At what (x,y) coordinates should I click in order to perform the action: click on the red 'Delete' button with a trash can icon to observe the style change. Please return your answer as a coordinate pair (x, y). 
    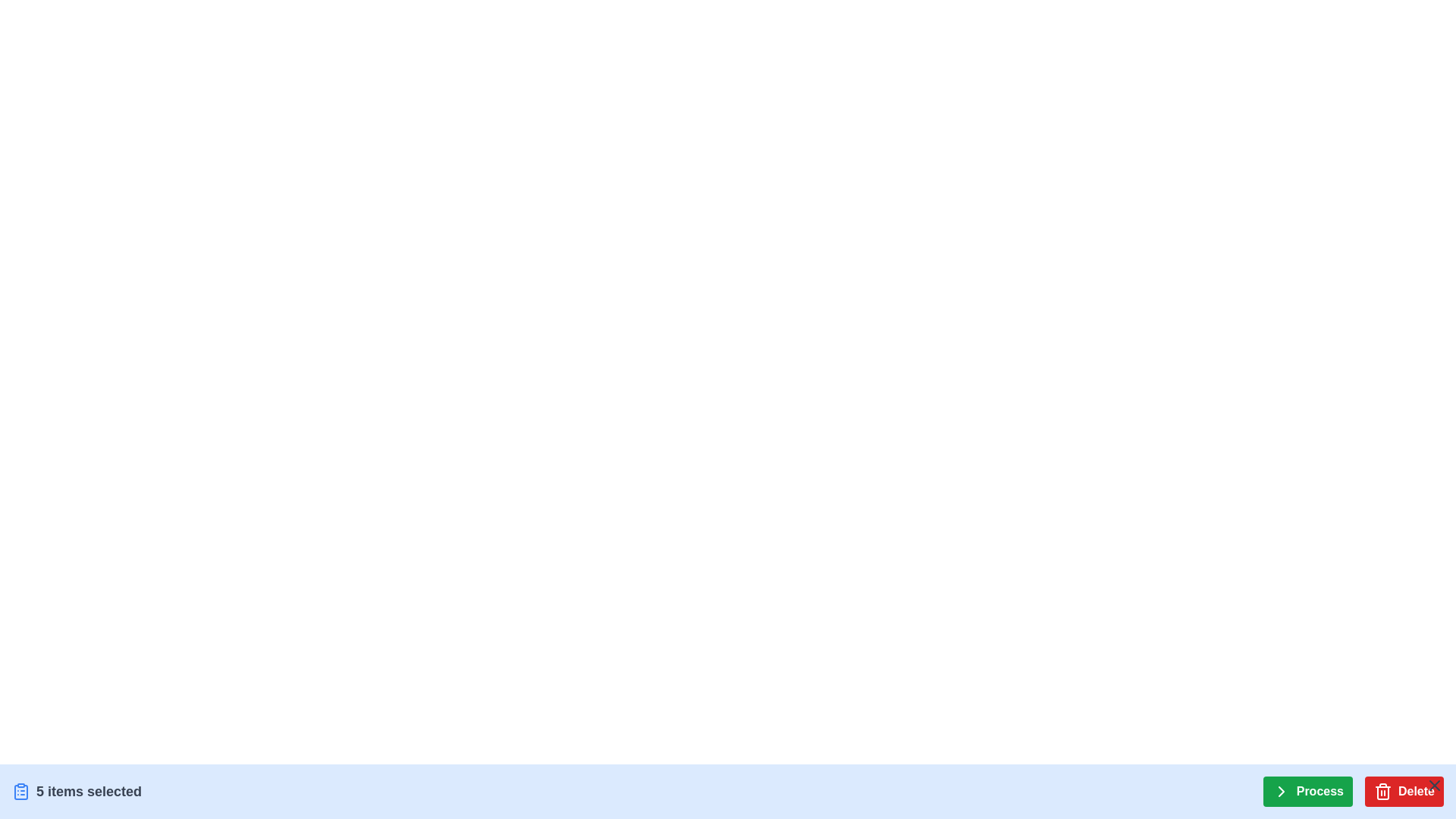
    Looking at the image, I should click on (1404, 791).